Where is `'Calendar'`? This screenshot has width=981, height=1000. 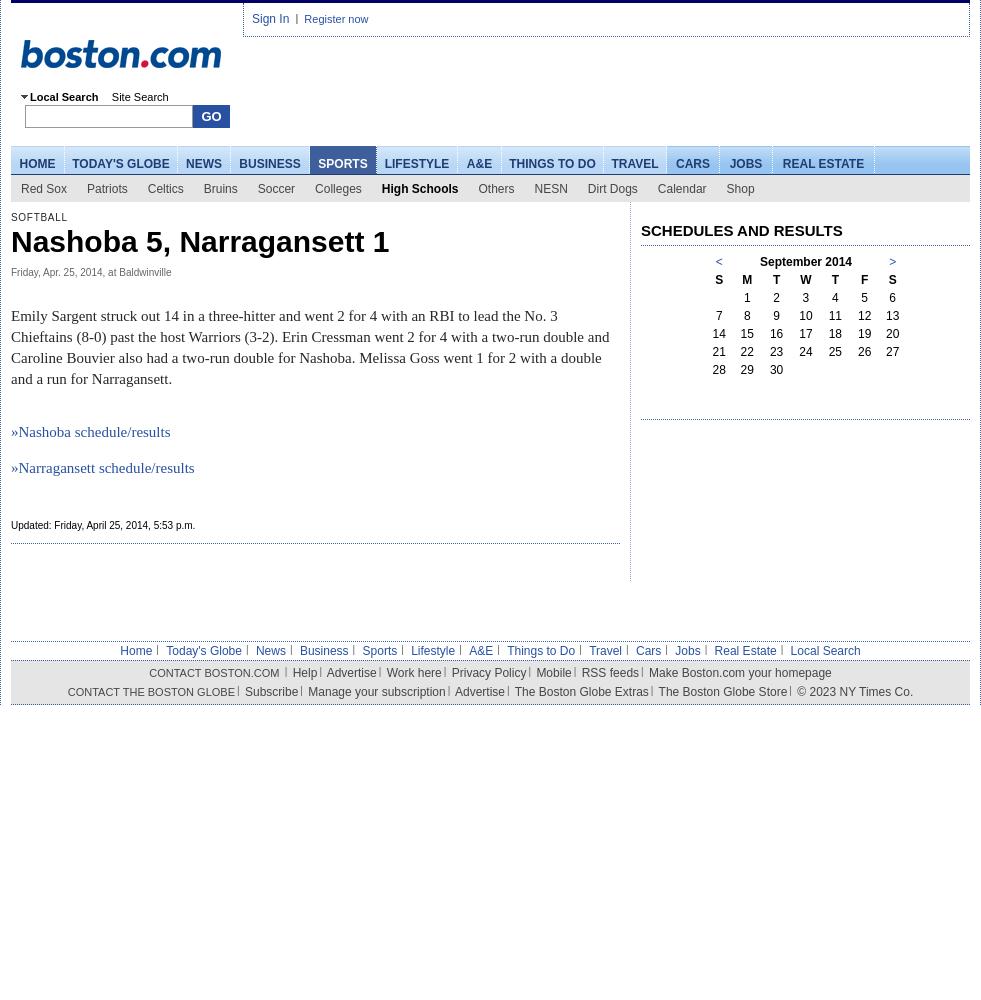
'Calendar' is located at coordinates (681, 188).